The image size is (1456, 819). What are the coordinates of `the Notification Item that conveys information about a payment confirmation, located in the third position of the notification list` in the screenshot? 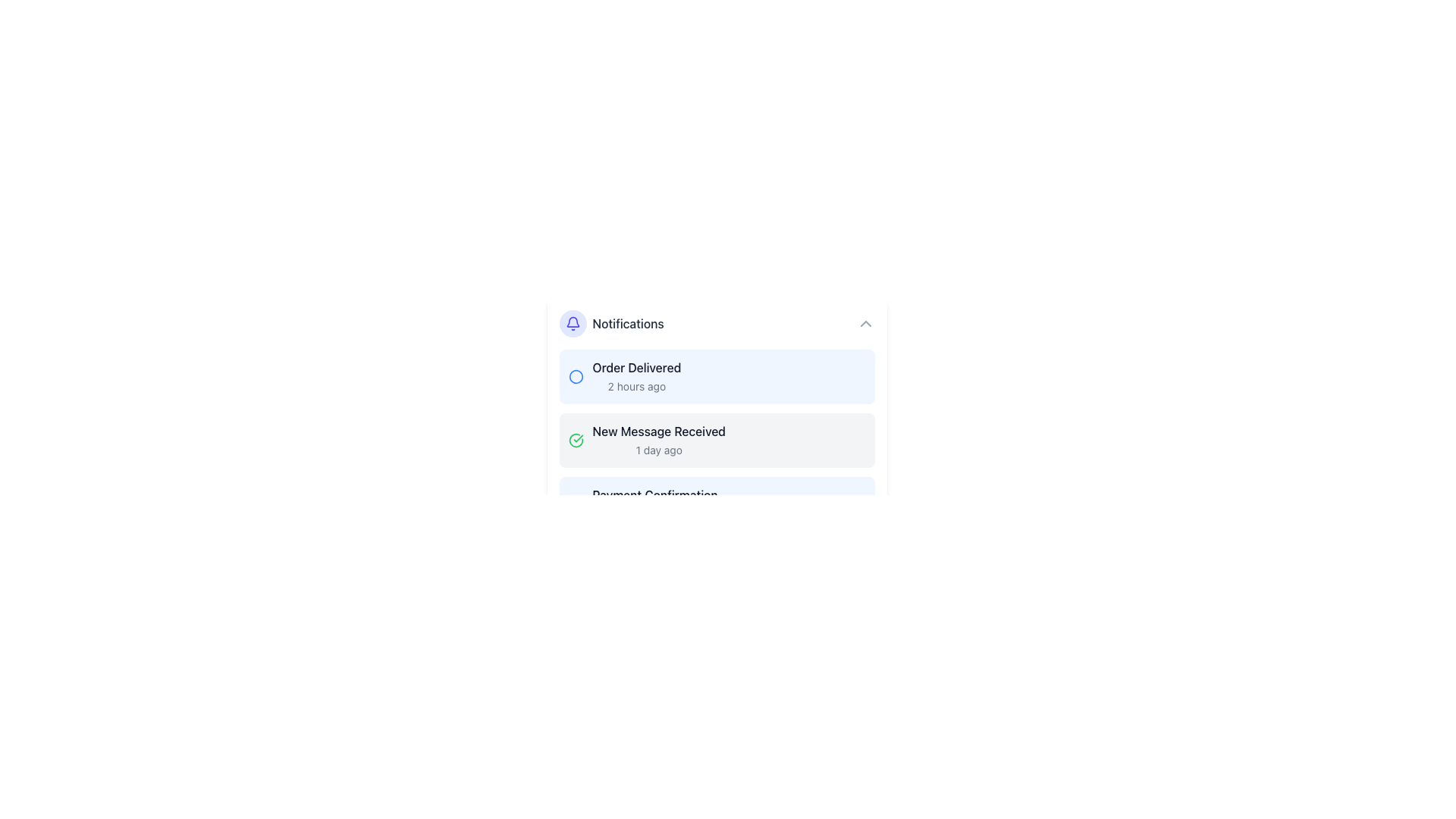 It's located at (716, 504).